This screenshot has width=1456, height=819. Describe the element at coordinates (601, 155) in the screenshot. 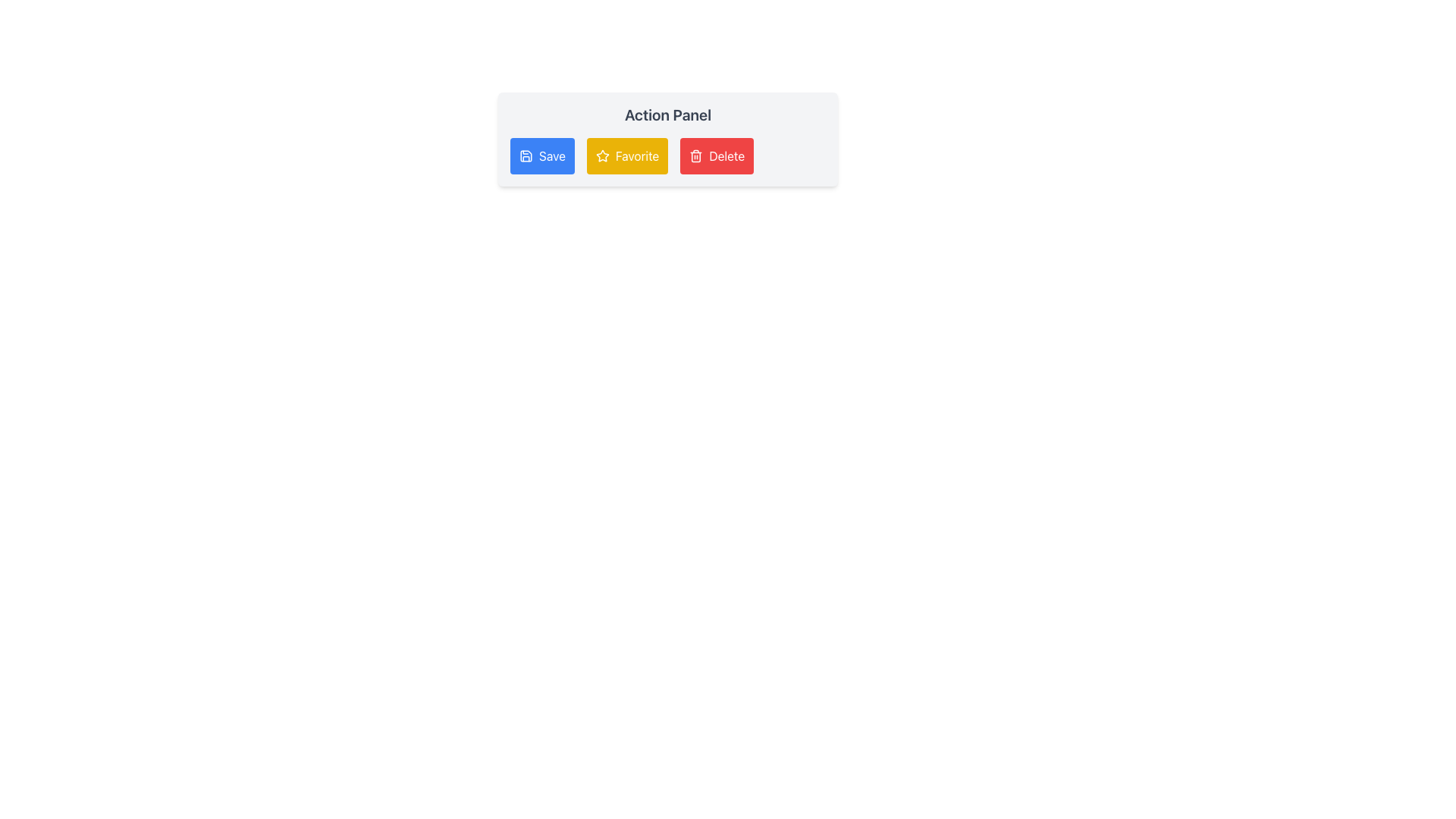

I see `the filled yellow star icon within the 'Favorite' button` at that location.